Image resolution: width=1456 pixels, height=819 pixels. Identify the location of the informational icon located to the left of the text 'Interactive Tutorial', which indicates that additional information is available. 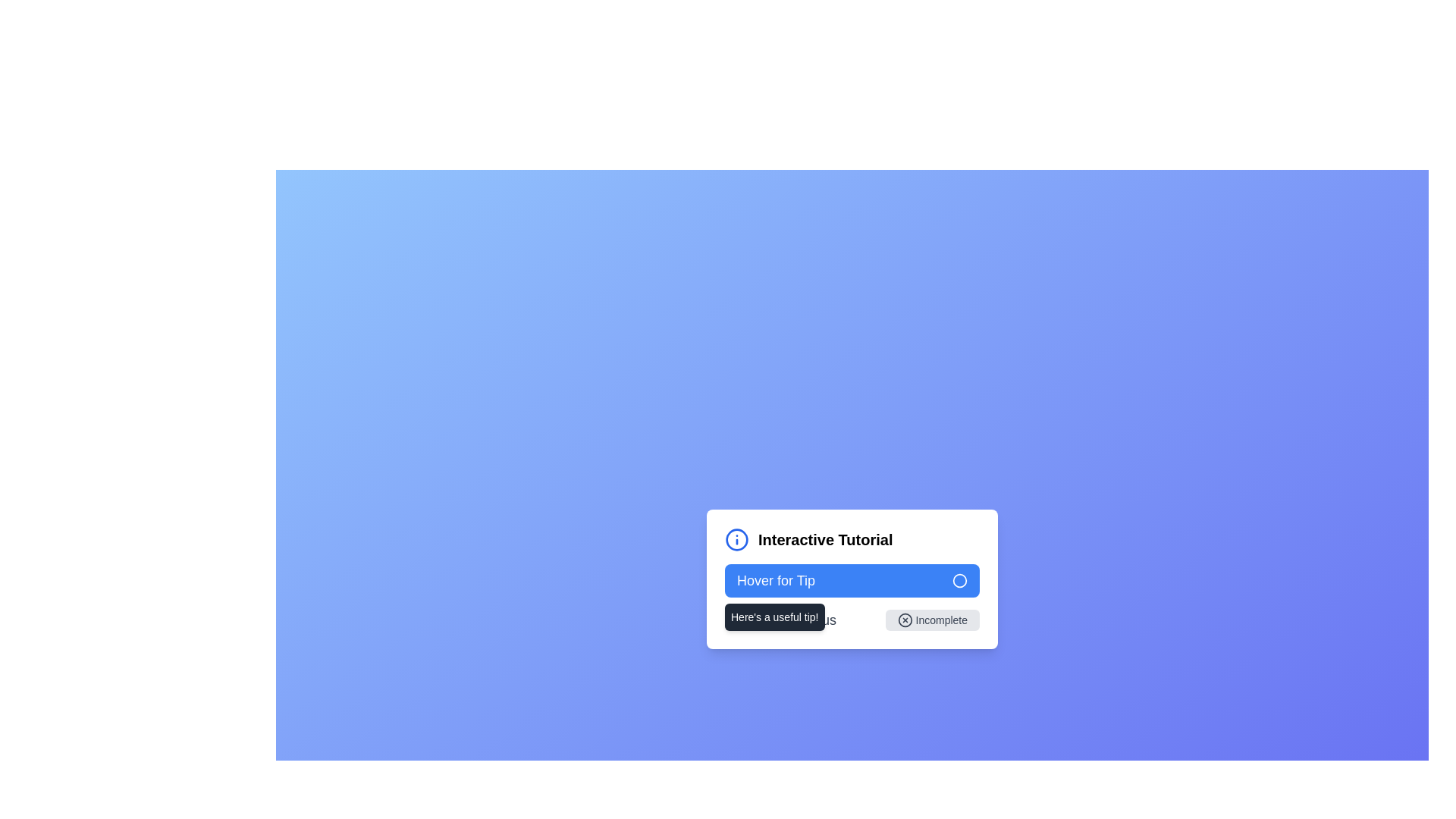
(736, 539).